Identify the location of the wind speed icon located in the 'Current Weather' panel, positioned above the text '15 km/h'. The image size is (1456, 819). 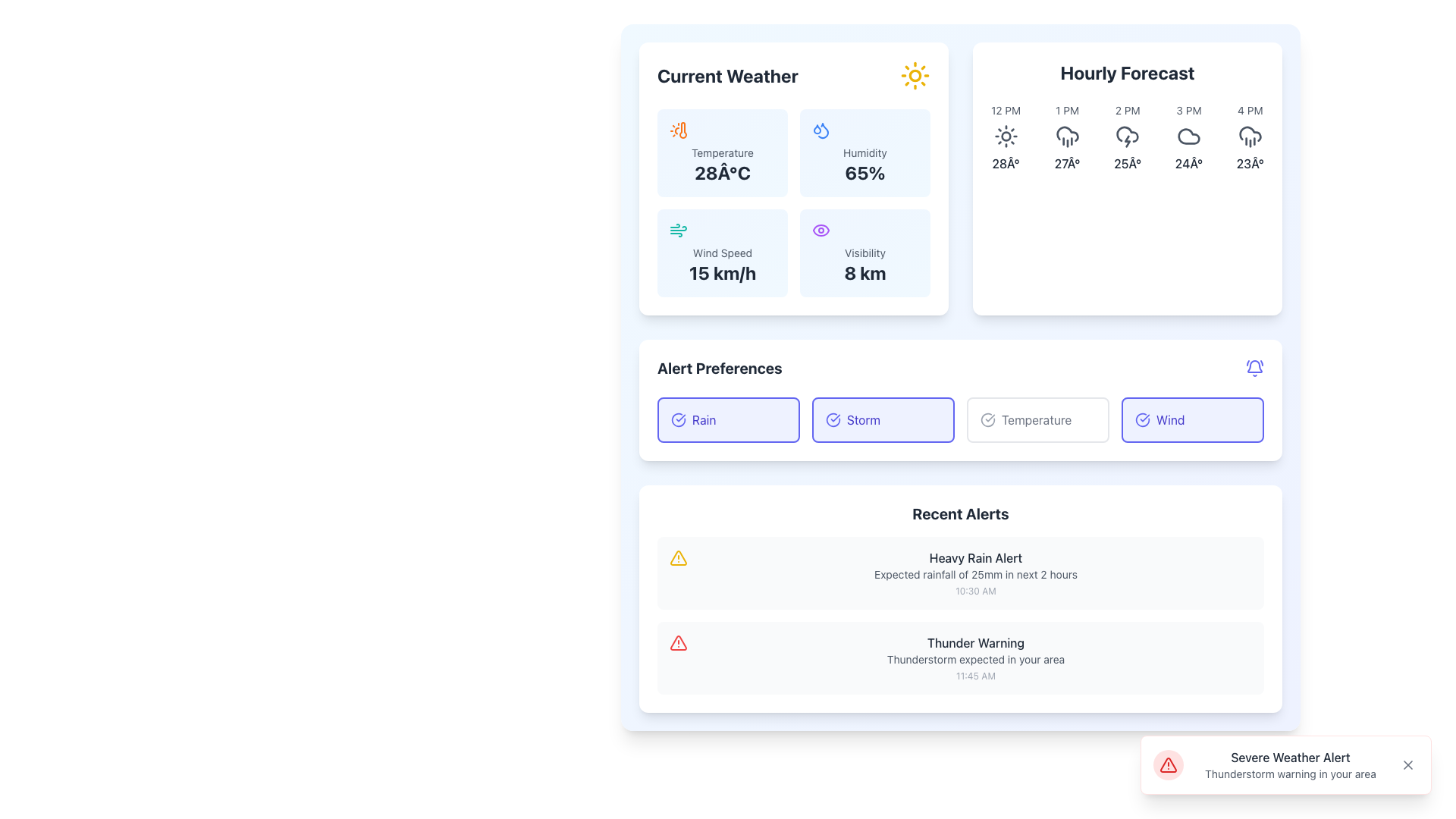
(677, 231).